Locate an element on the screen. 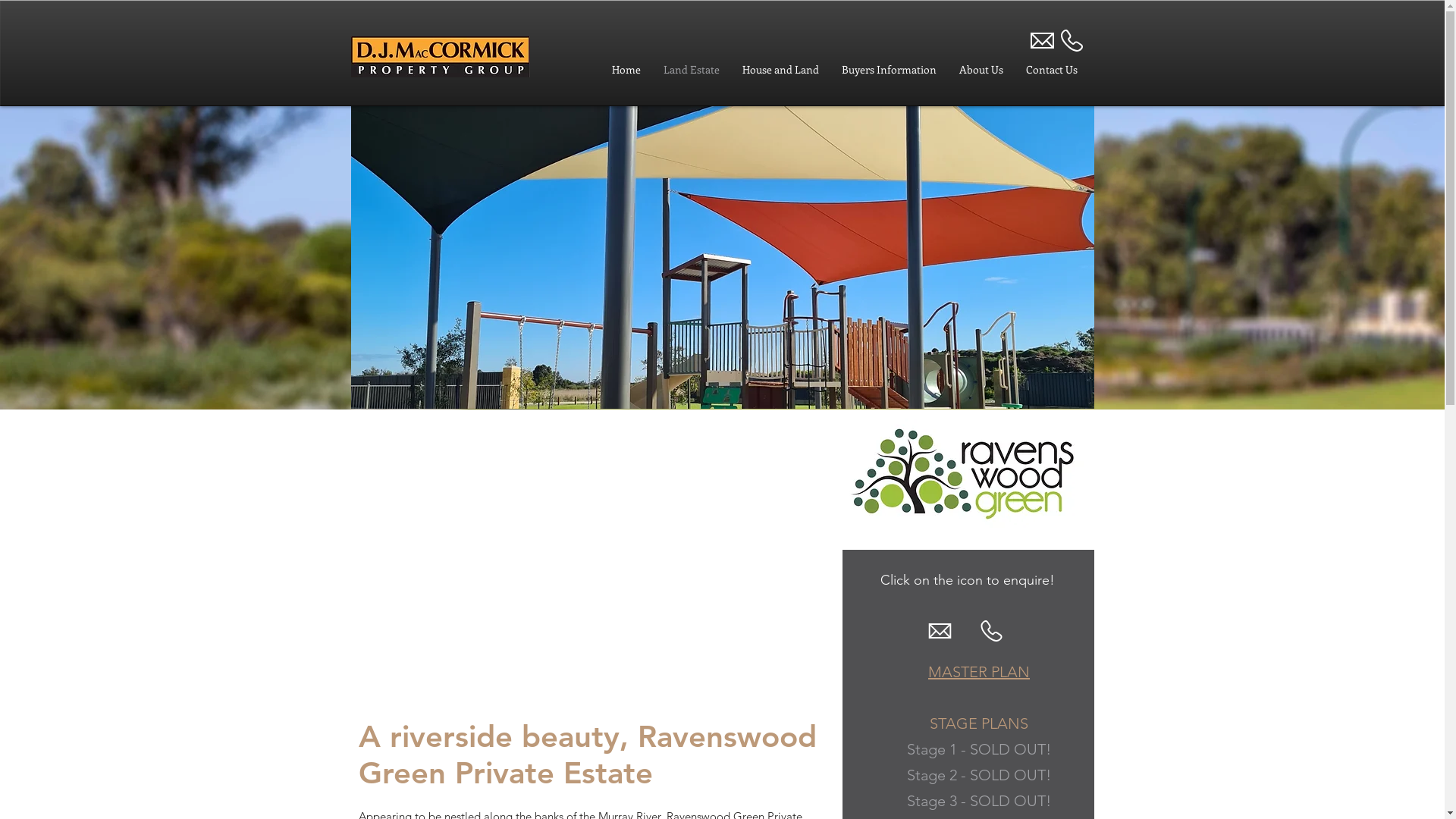 The width and height of the screenshot is (1456, 819). 'Buyers Information' is located at coordinates (888, 70).